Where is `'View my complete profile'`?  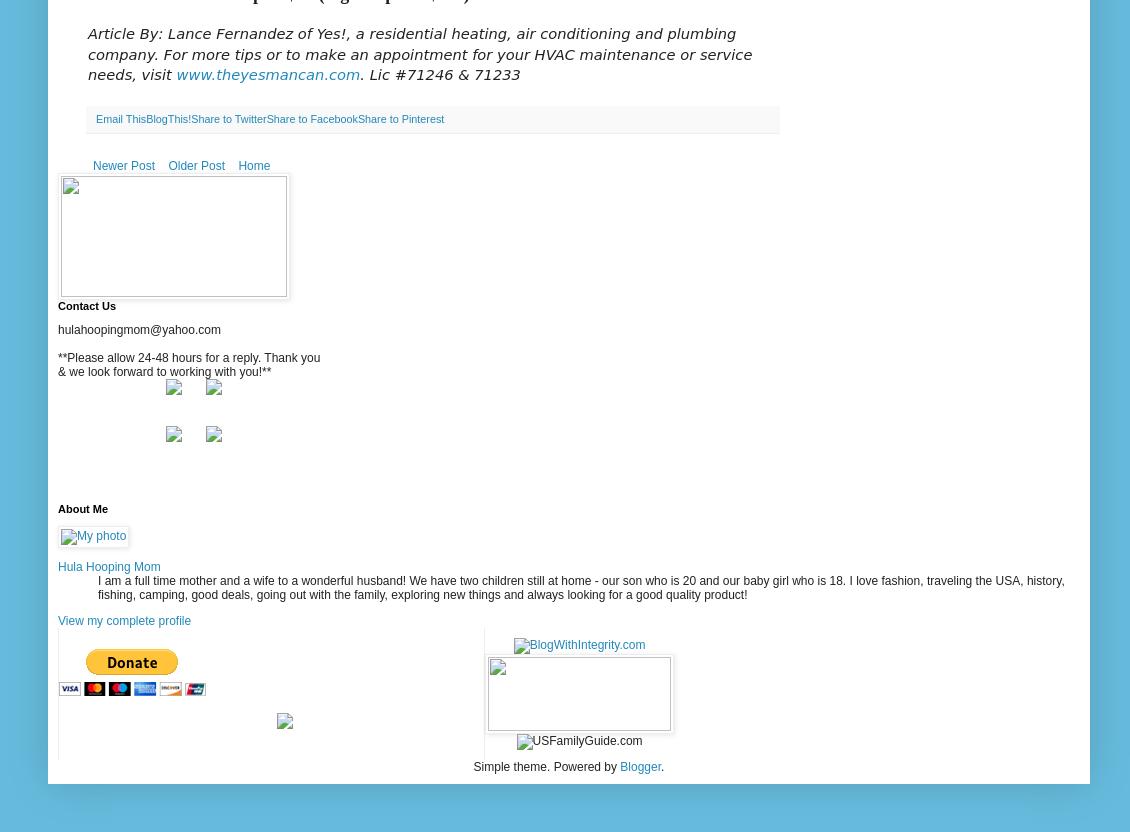
'View my complete profile' is located at coordinates (123, 620).